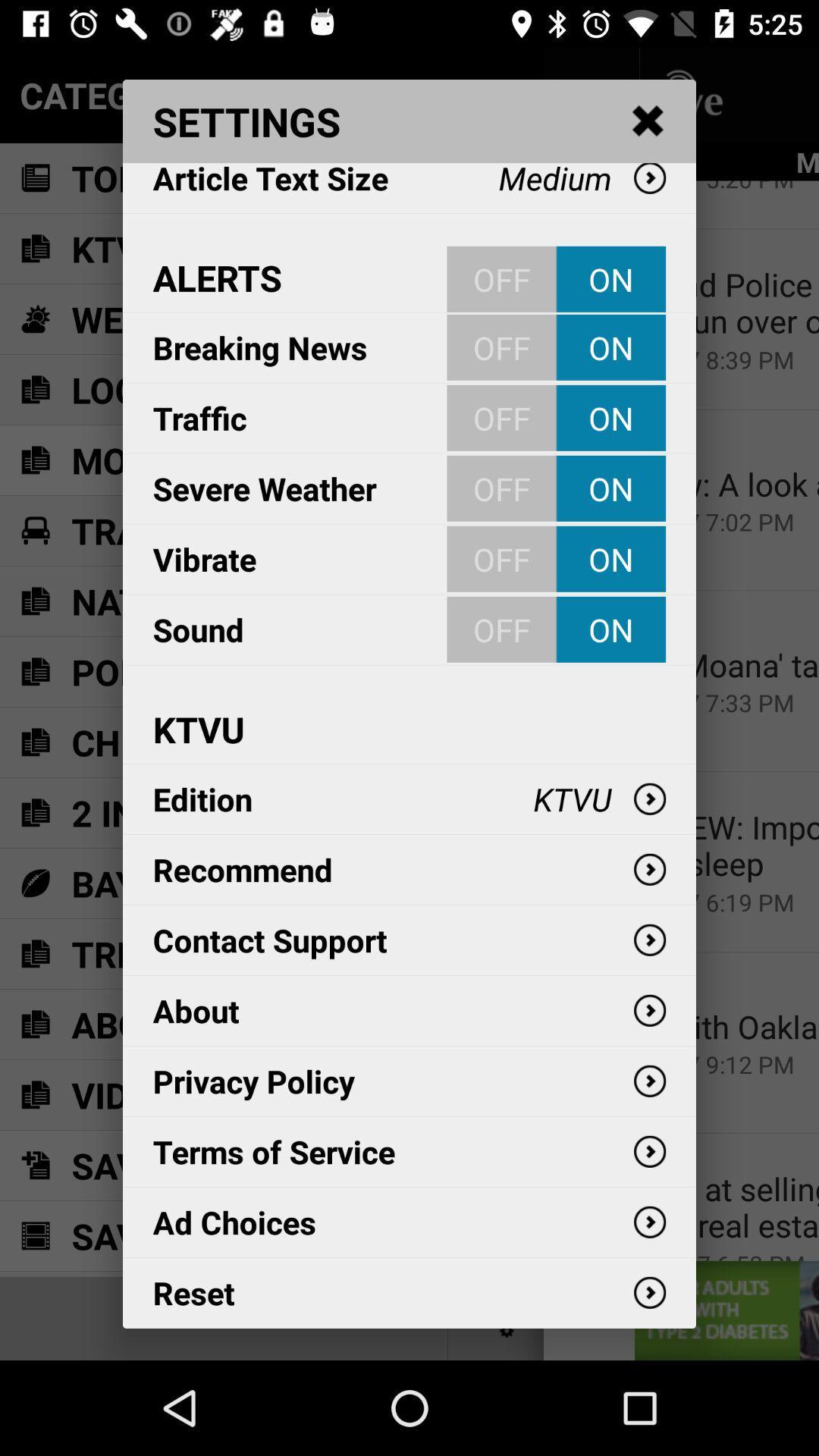 Image resolution: width=819 pixels, height=1456 pixels. What do you see at coordinates (648, 121) in the screenshot?
I see `settings` at bounding box center [648, 121].